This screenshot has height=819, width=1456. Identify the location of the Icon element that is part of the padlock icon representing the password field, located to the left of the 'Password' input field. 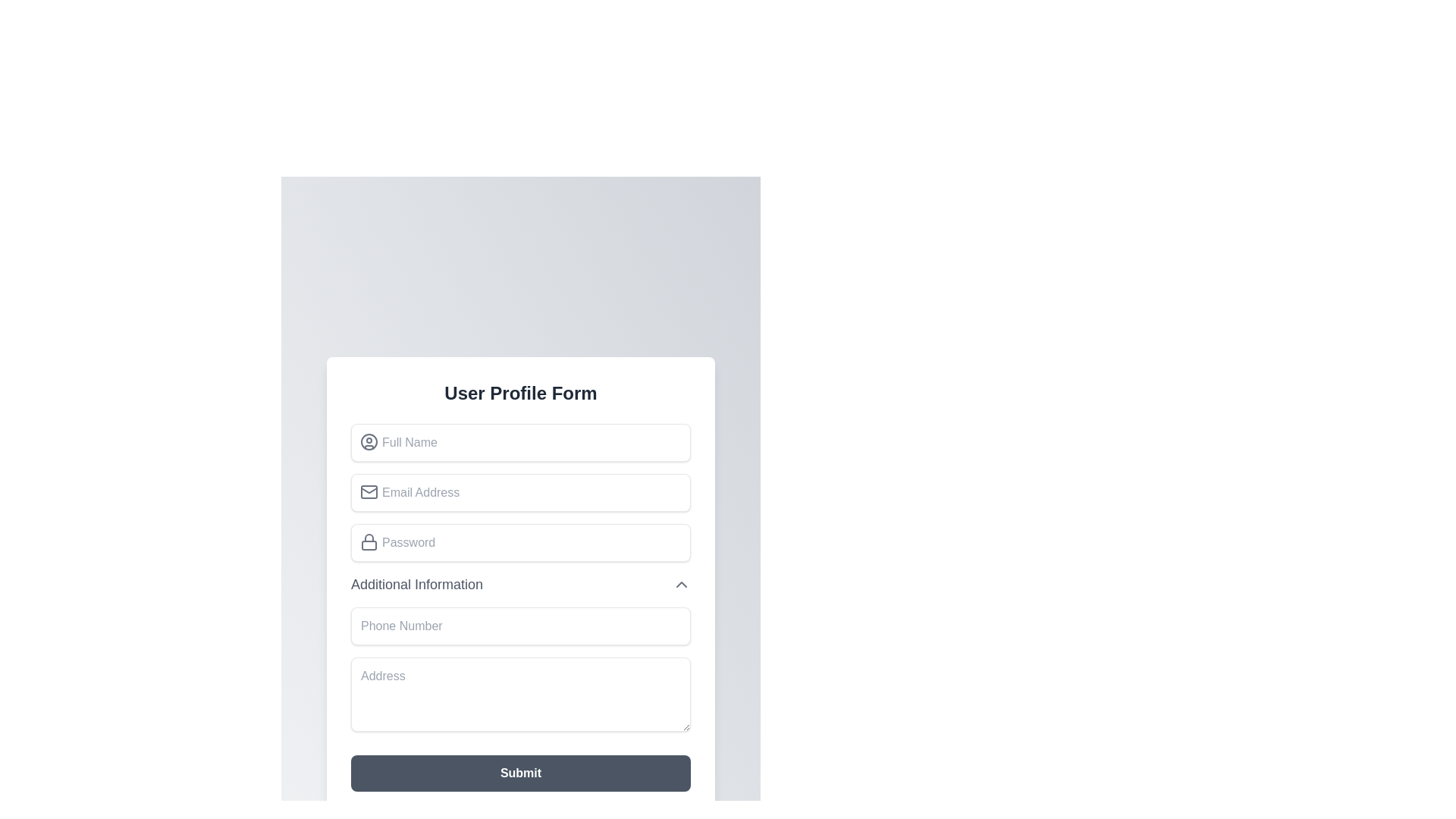
(369, 544).